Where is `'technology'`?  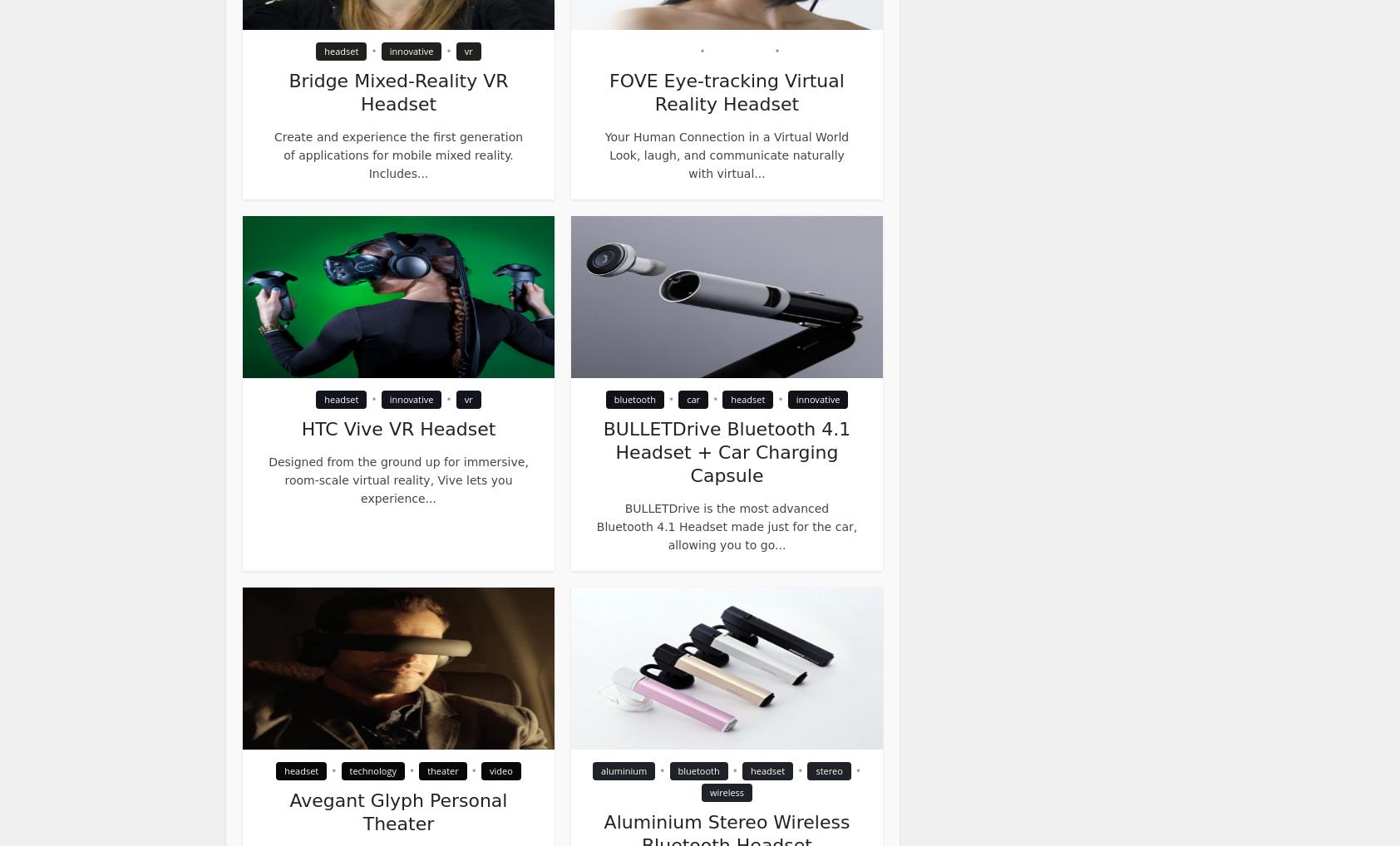 'technology' is located at coordinates (371, 770).